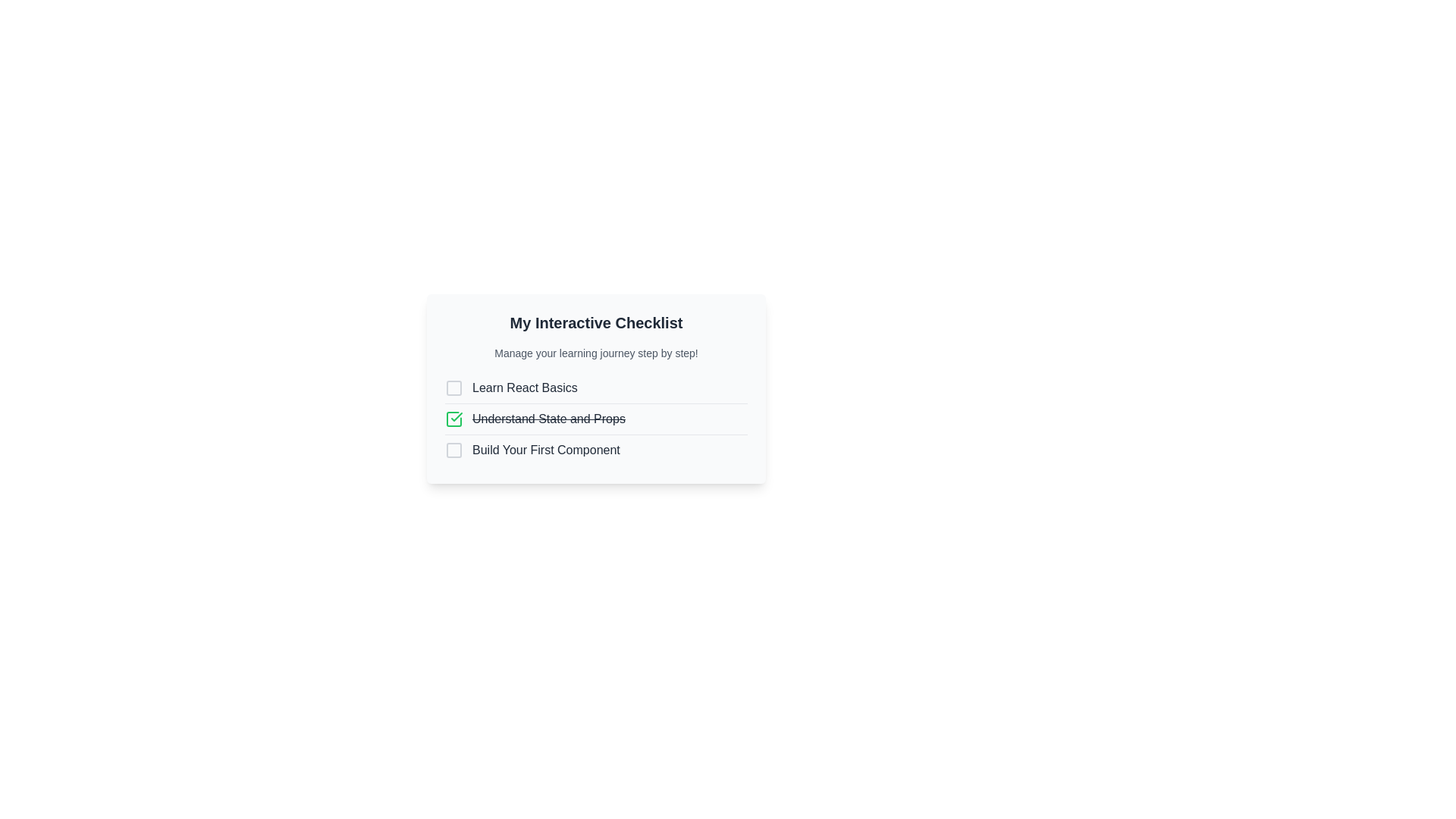 The image size is (1456, 819). I want to click on the appearance of the Checkmark icon, which is a green square with a checkmark inside, located to the left of the text 'Understand State and Props' in the 'My Interactive Checklist', so click(453, 419).